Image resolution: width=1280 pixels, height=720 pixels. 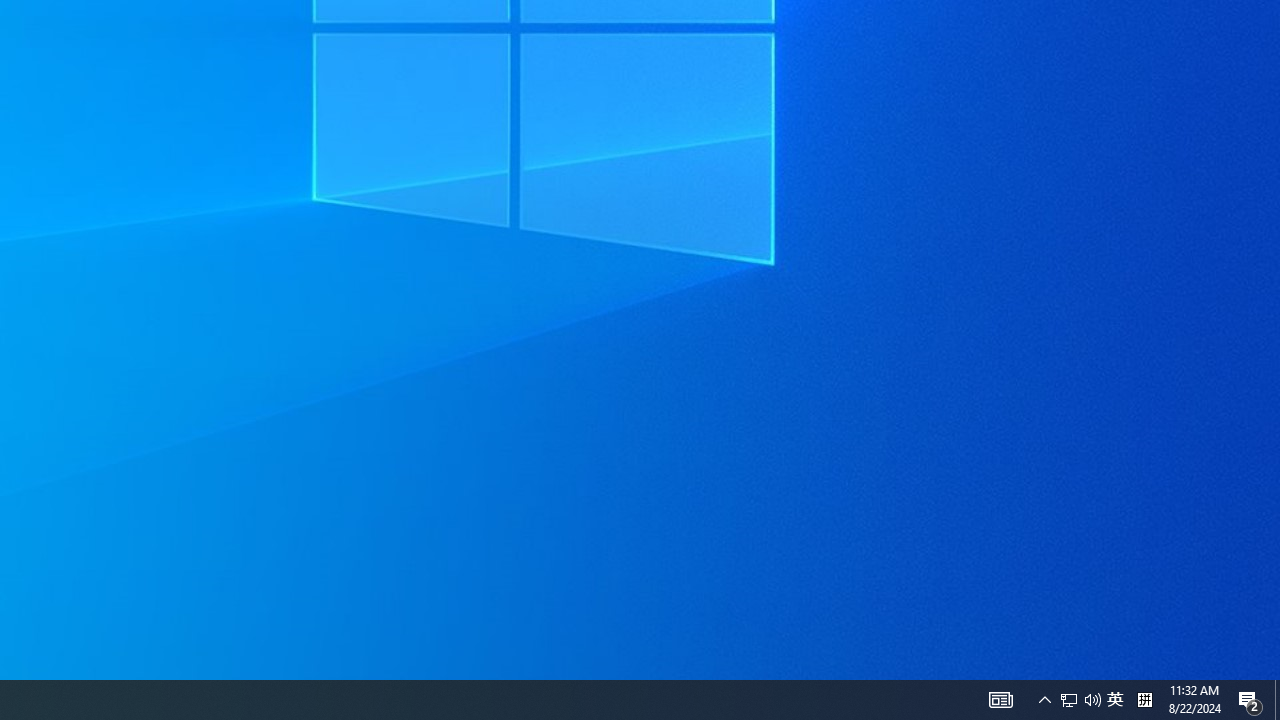 I want to click on 'Q2790: 100%', so click(x=1144, y=698).